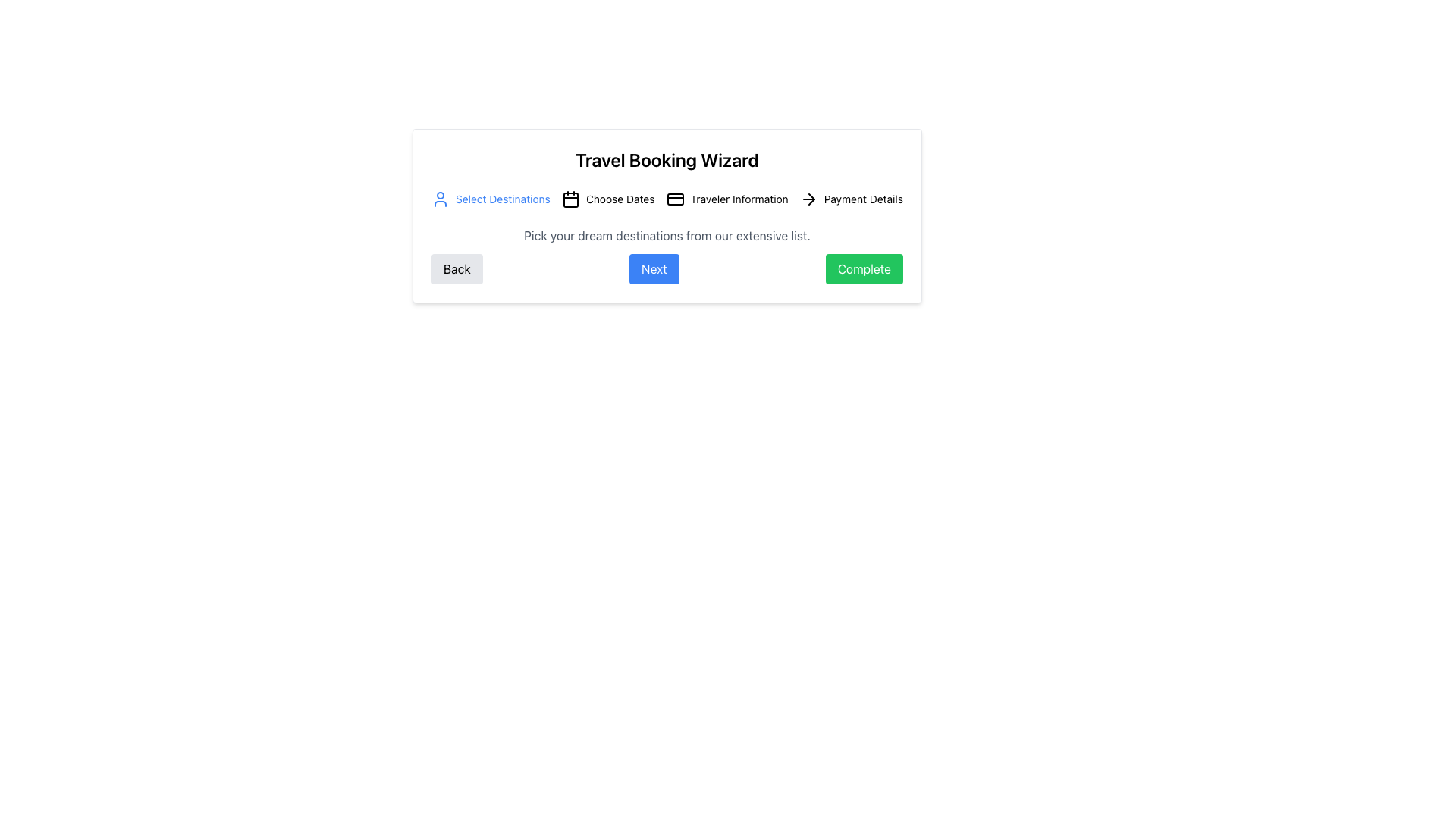 The height and width of the screenshot is (819, 1456). I want to click on the calendar box element, which is a rectangle with slightly rounded corners, centered within the larger calendar icon, so click(570, 199).